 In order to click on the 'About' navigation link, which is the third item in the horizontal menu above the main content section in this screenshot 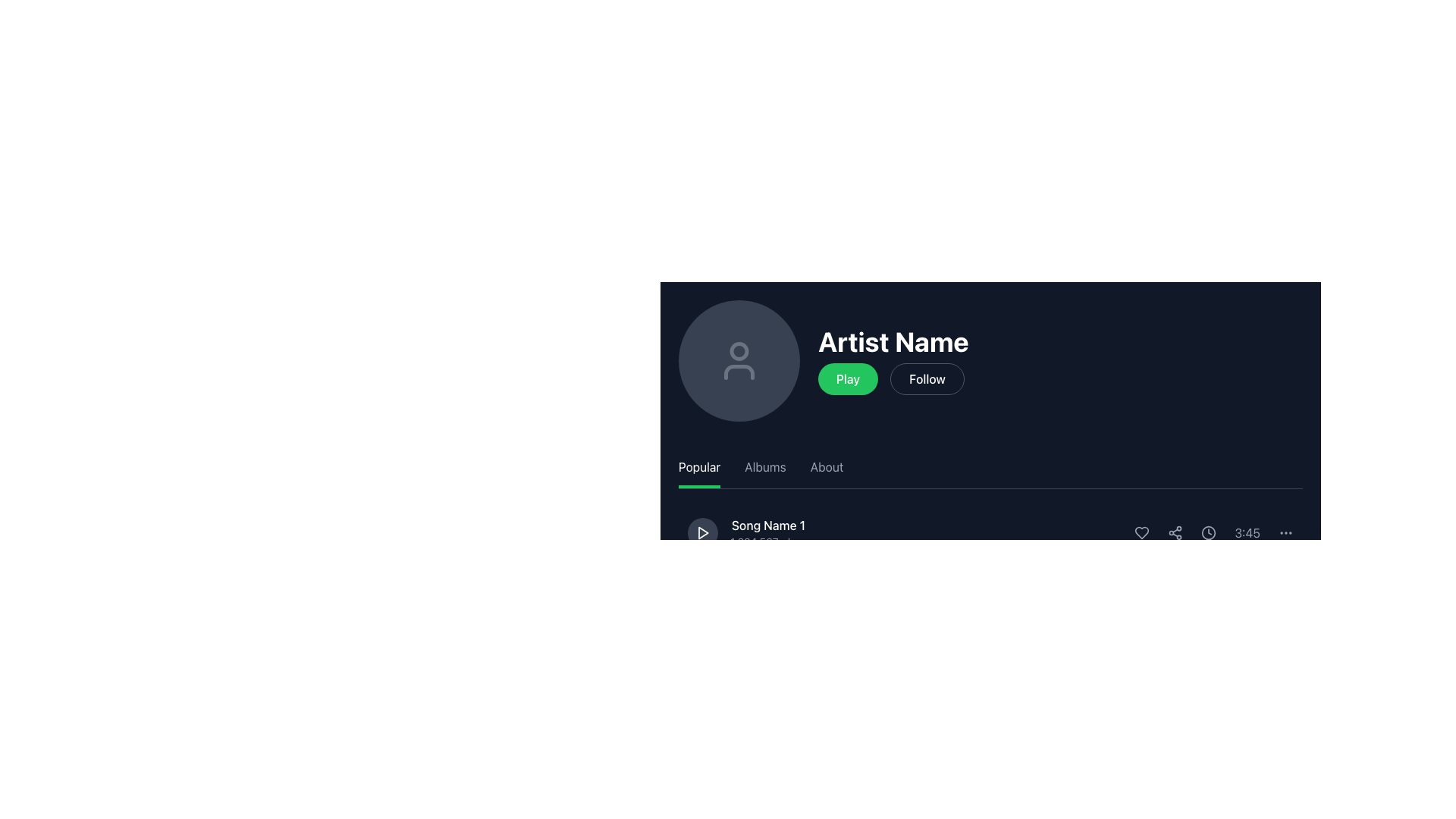, I will do `click(826, 466)`.